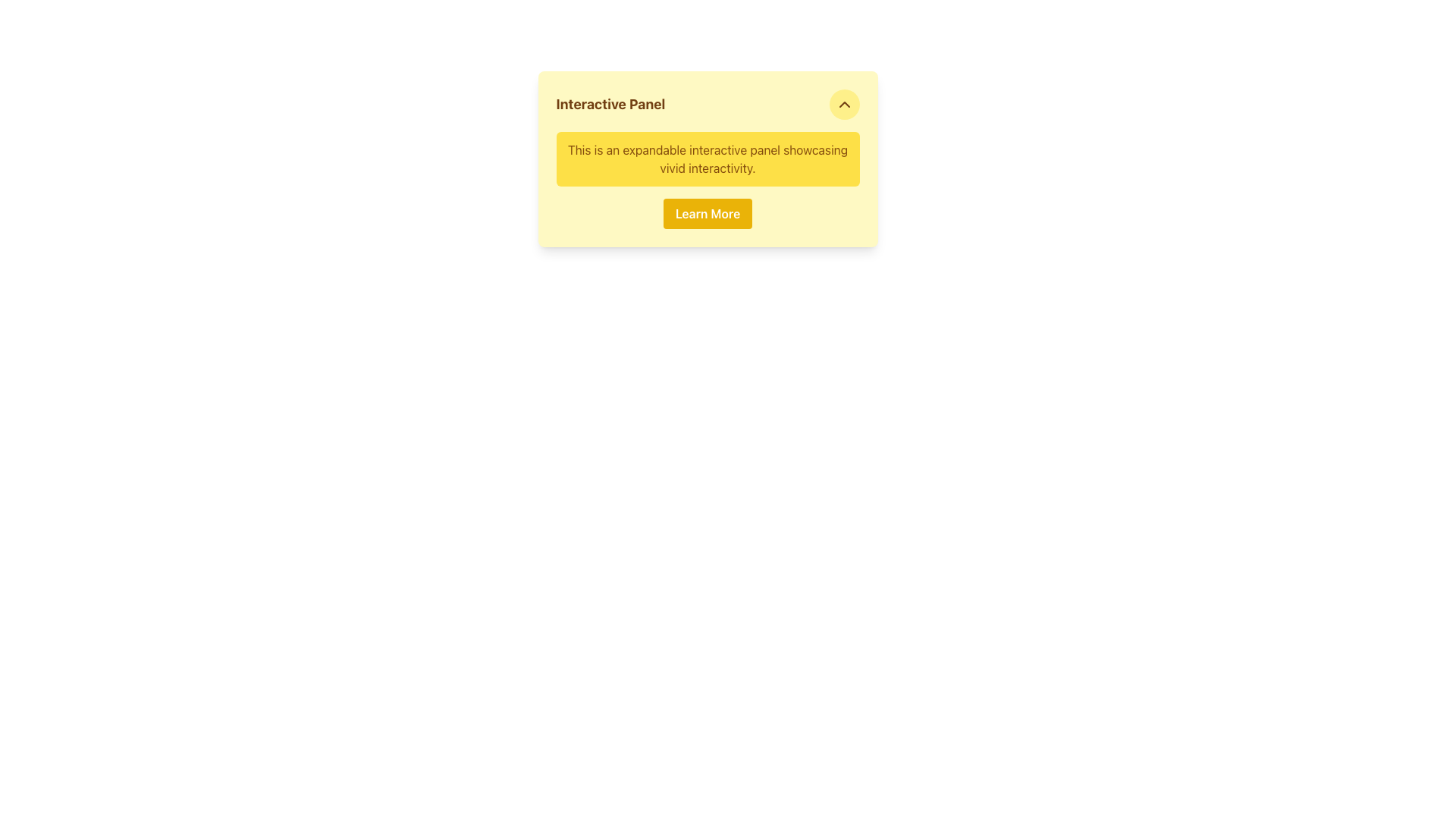 The width and height of the screenshot is (1456, 819). What do you see at coordinates (707, 213) in the screenshot?
I see `the yellow button labeled 'Learn More' that is centered at the bottom of the interactive panel` at bounding box center [707, 213].